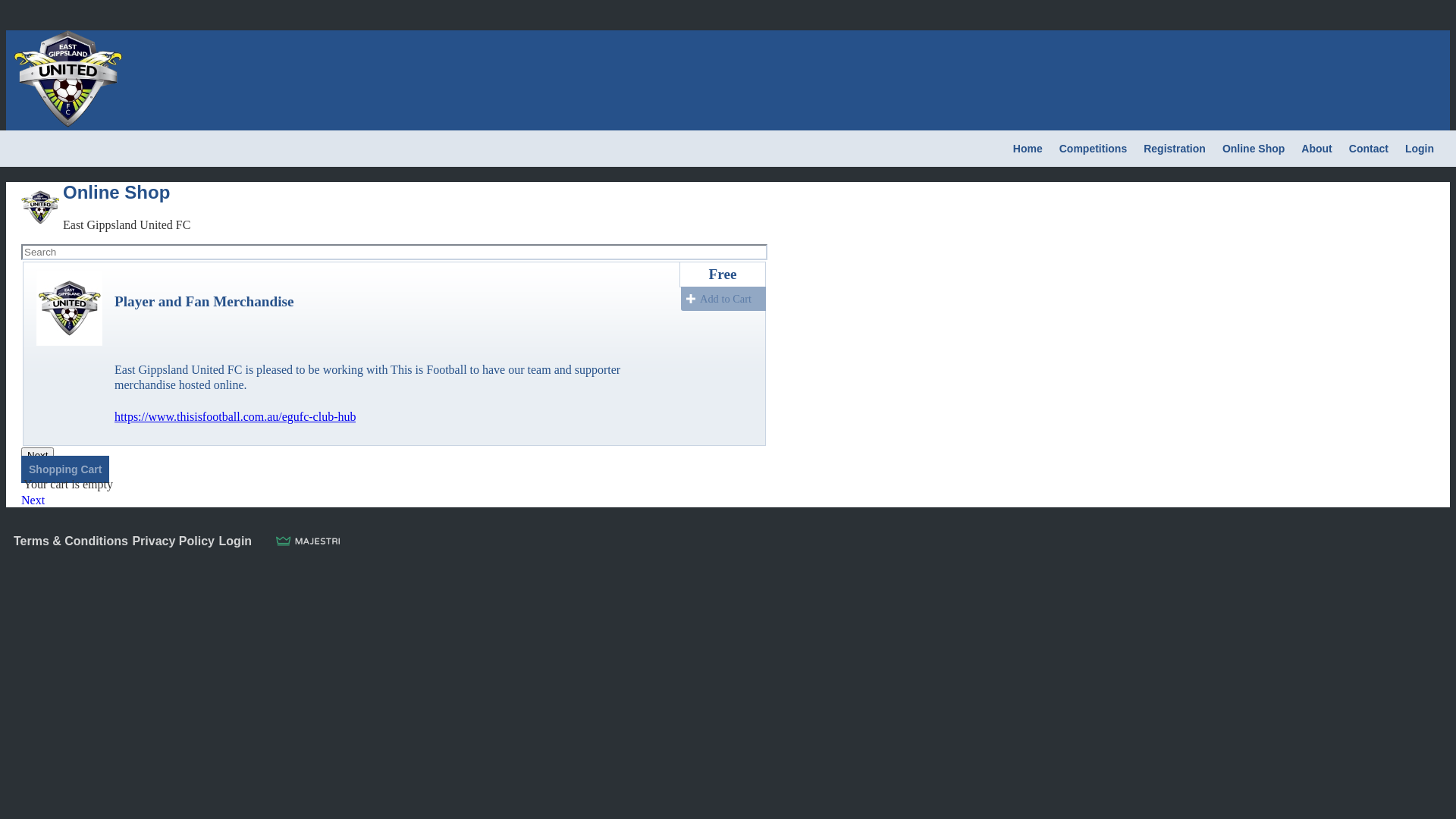  Describe the element at coordinates (70, 540) in the screenshot. I see `'Terms & Conditions'` at that location.